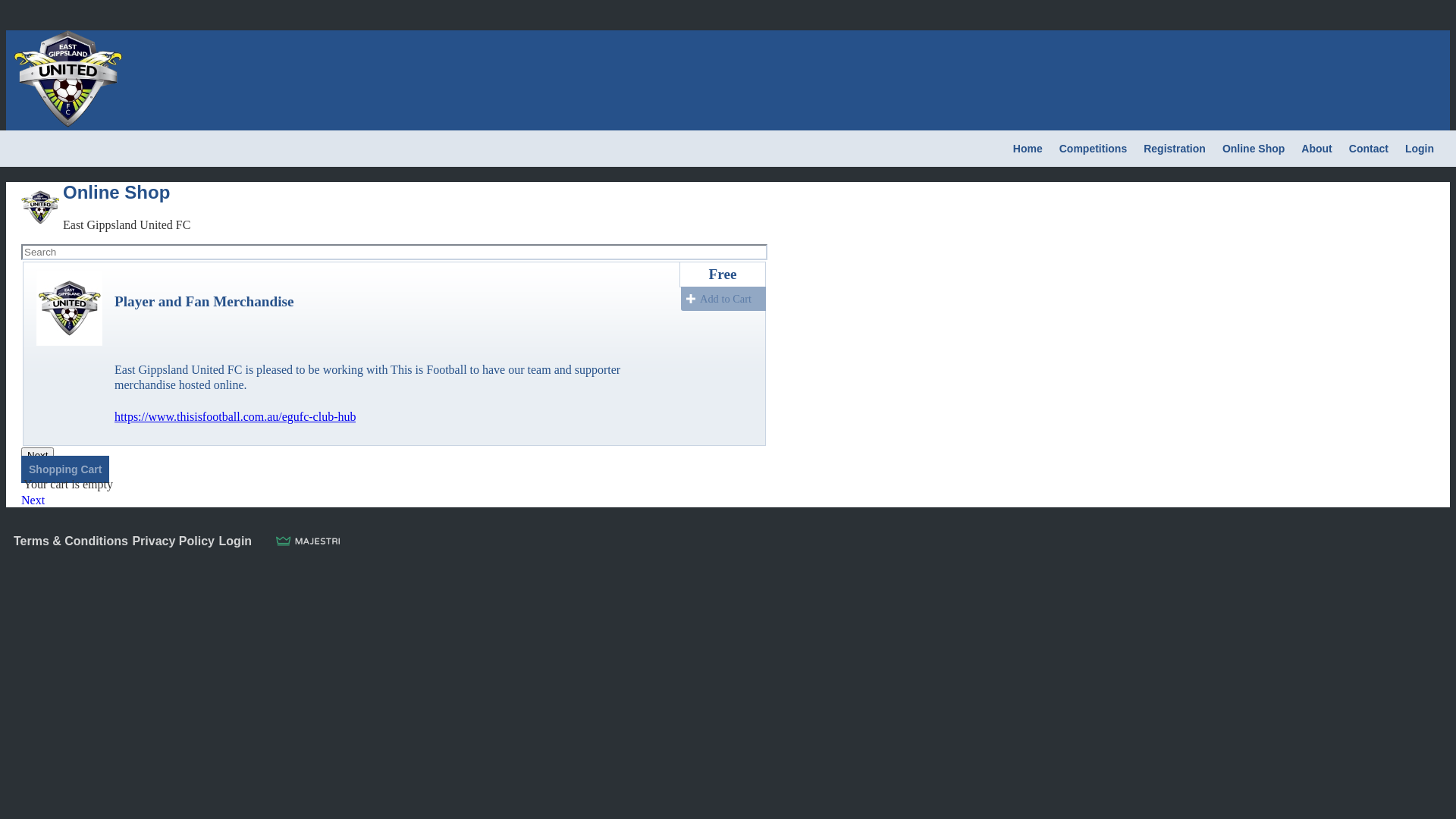  Describe the element at coordinates (70, 540) in the screenshot. I see `'Terms & Conditions'` at that location.